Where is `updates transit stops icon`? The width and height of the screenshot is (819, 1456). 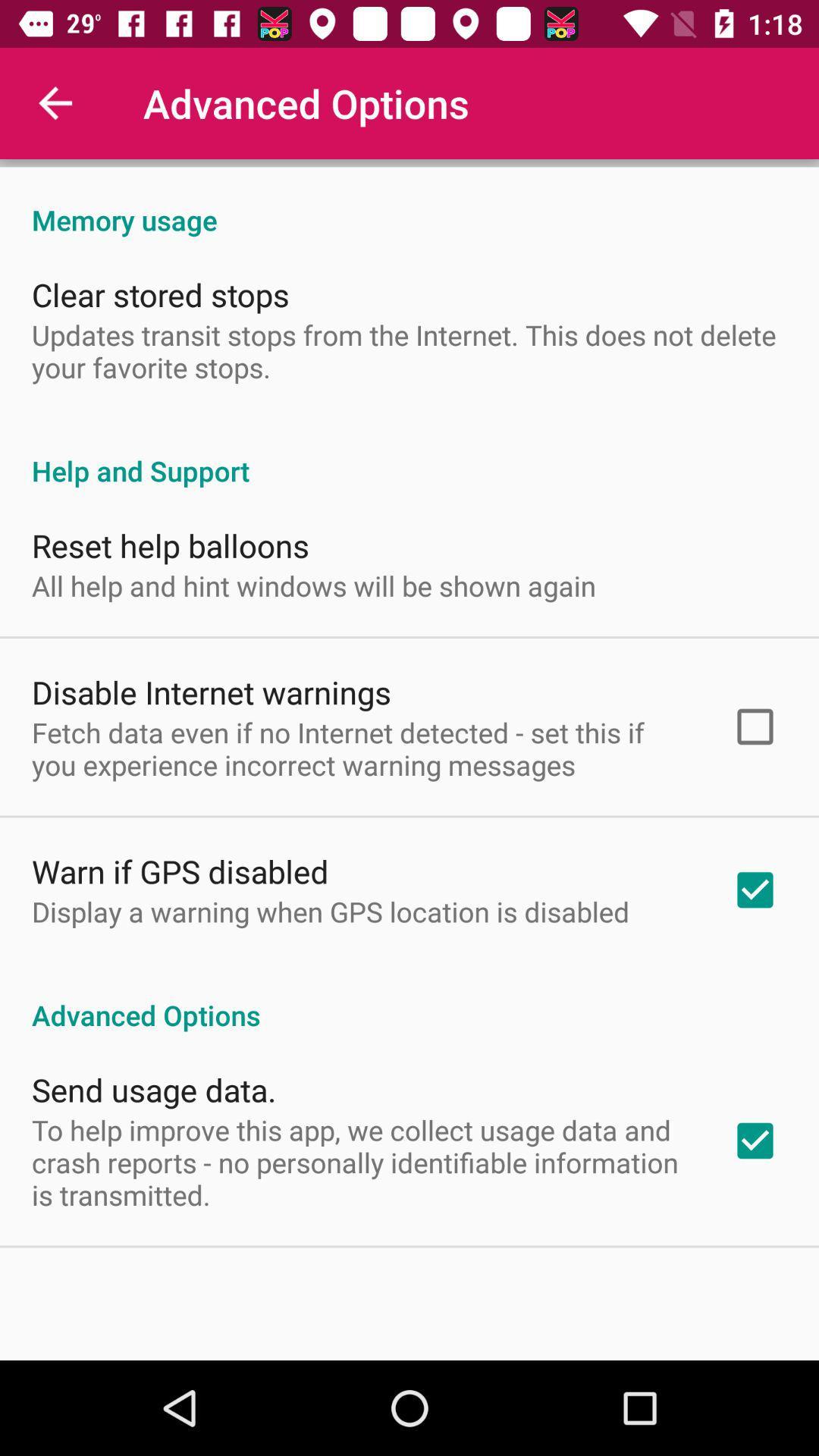 updates transit stops icon is located at coordinates (409, 350).